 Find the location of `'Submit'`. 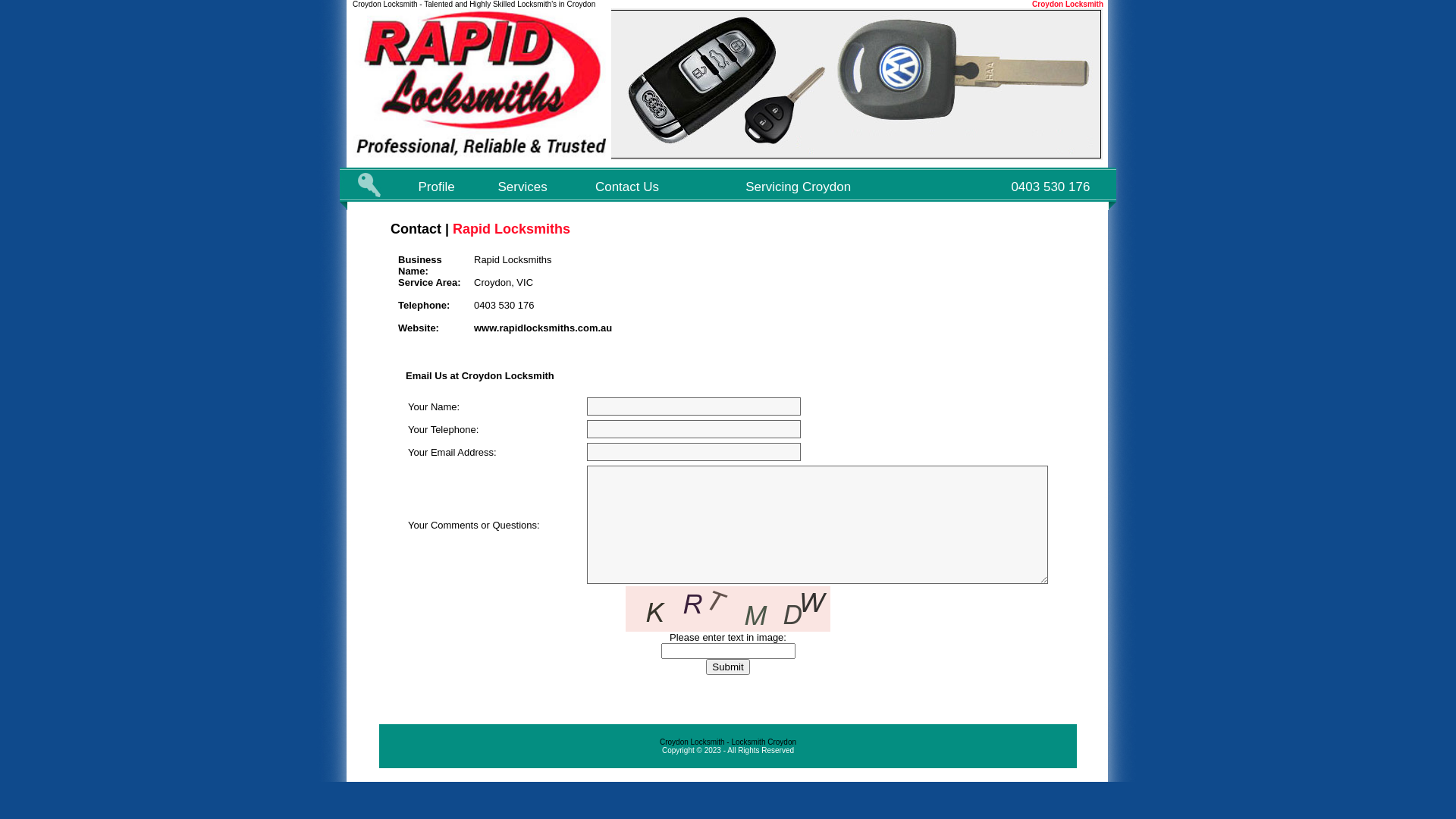

'Submit' is located at coordinates (726, 666).